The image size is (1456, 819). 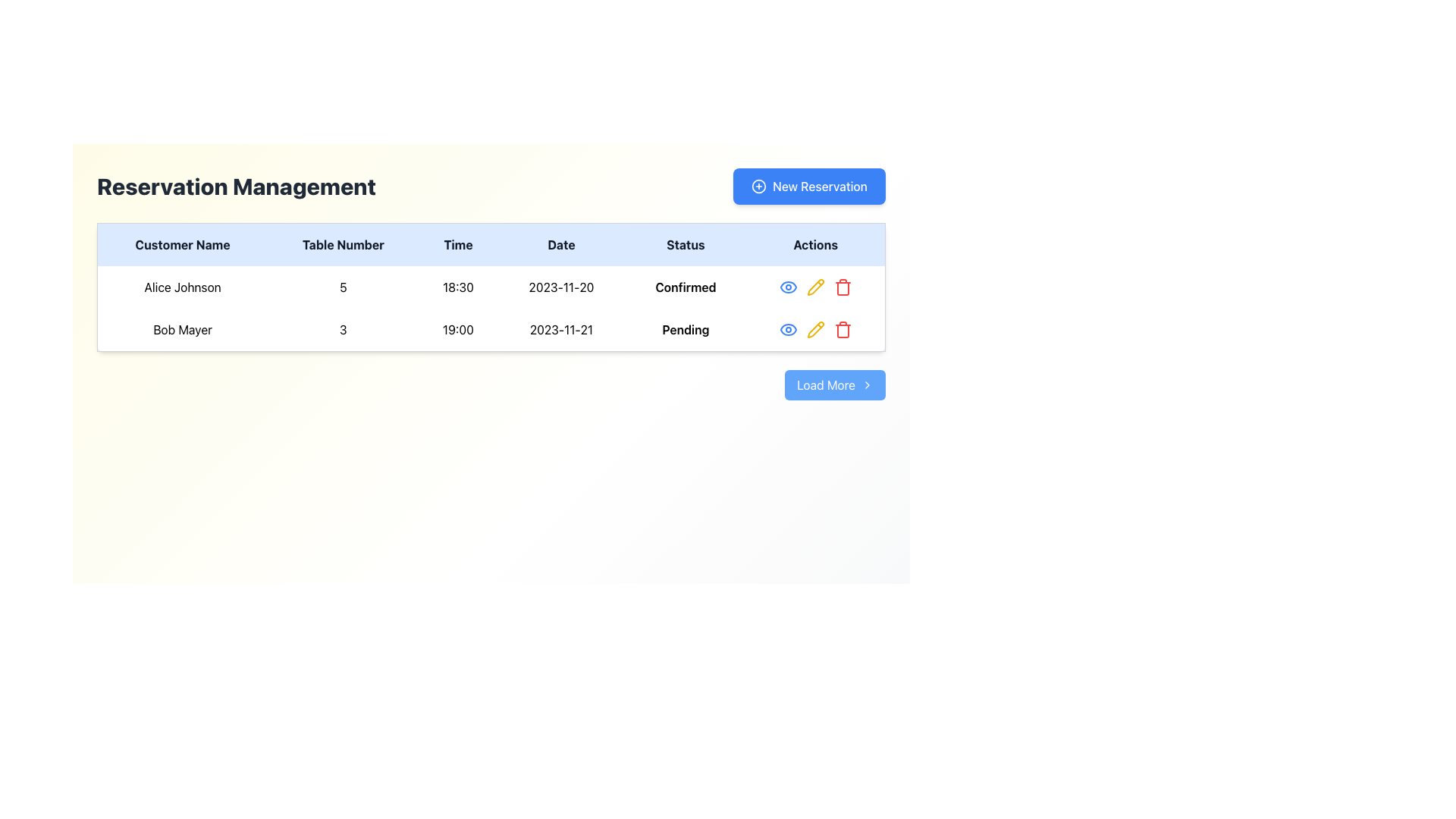 I want to click on the table header cell labeled 'Table Number', which is the second column header in a structured table layout, positioned between 'Customer Name' and 'Time', so click(x=342, y=243).